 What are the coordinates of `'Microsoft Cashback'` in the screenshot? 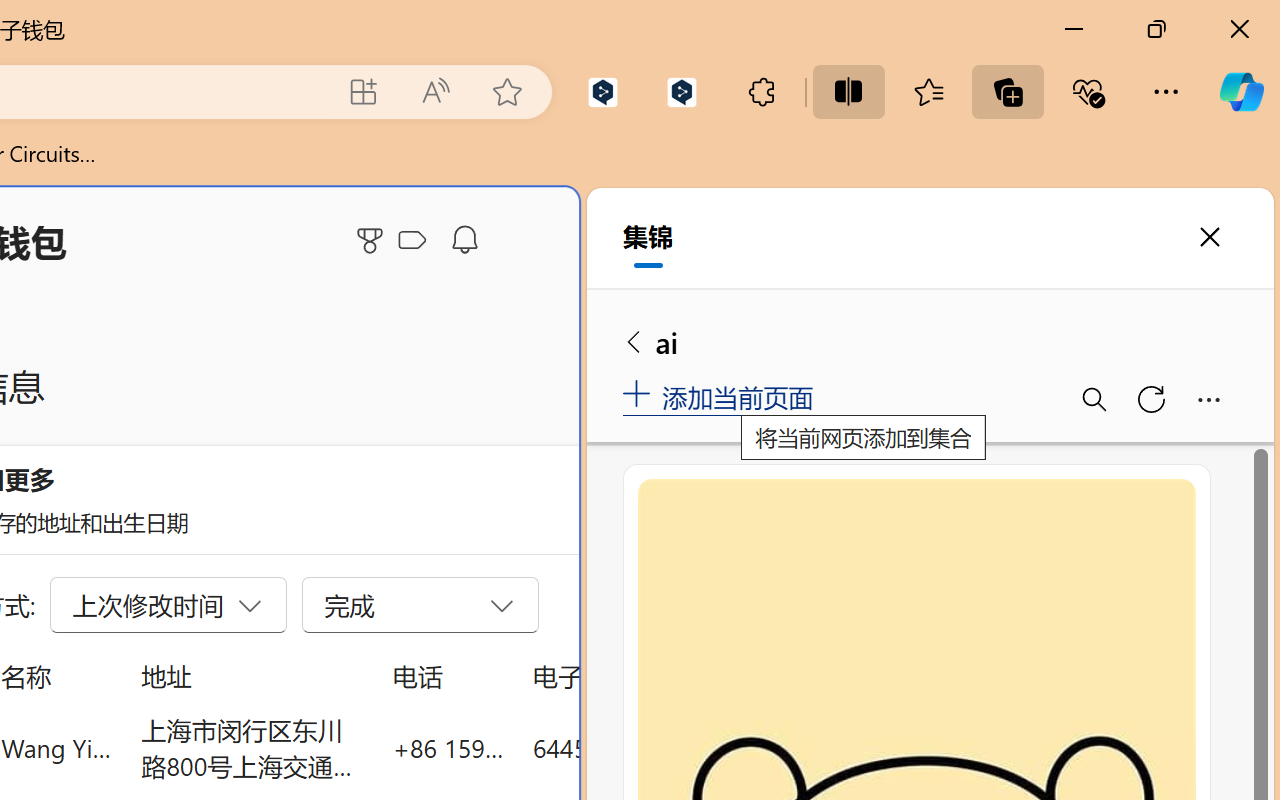 It's located at (415, 240).